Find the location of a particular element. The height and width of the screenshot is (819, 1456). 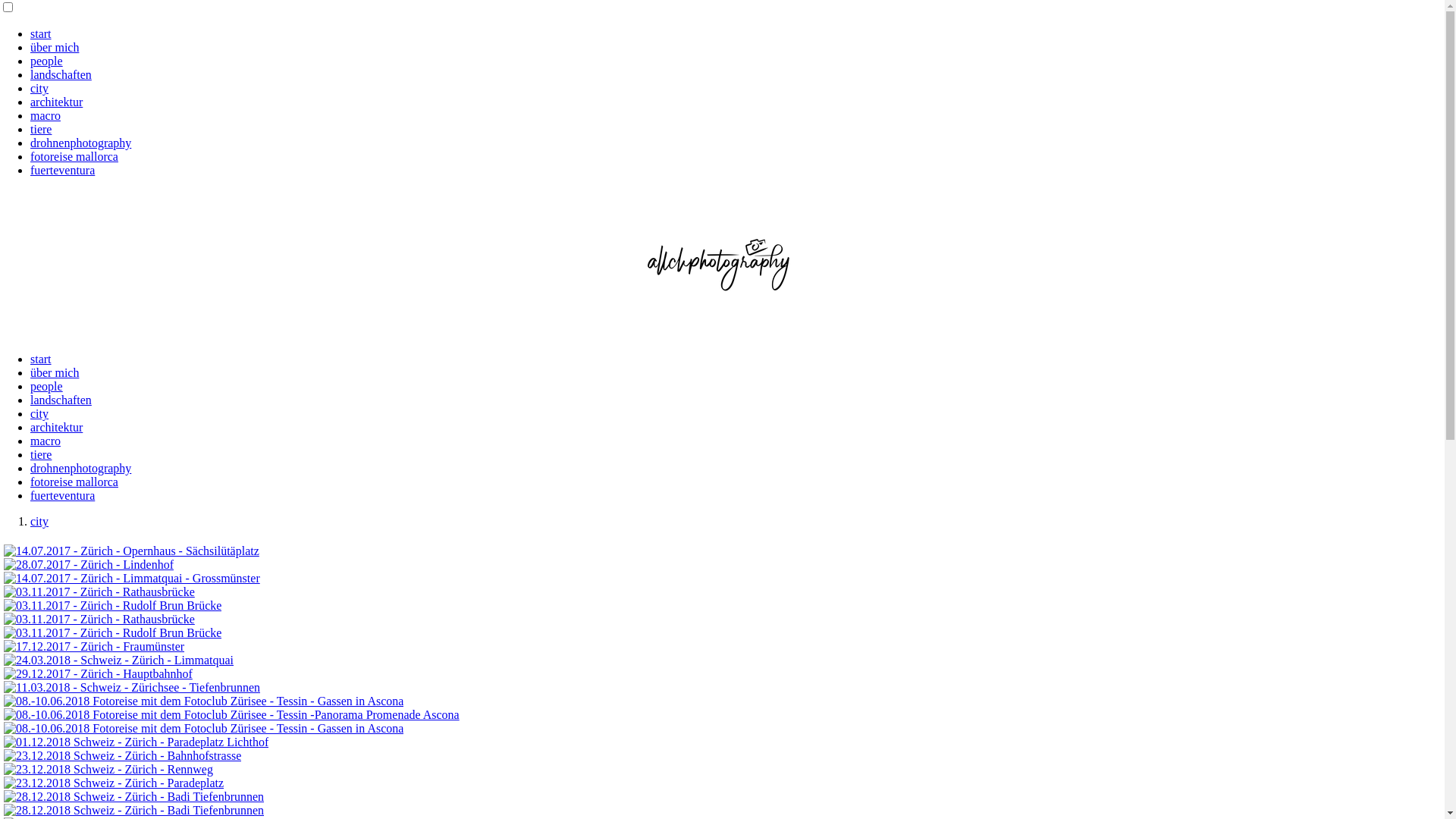

'city' is located at coordinates (30, 520).